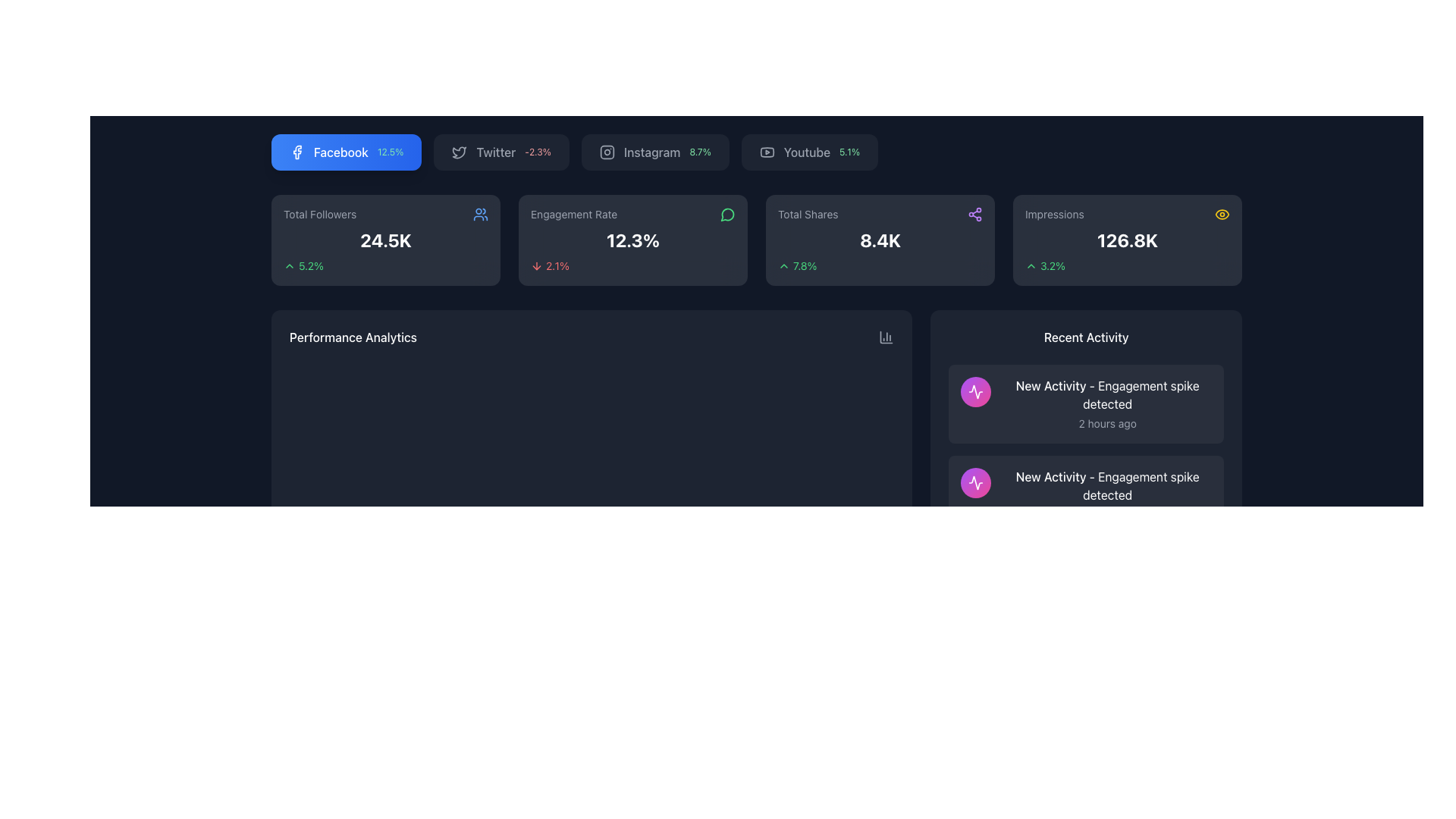 The width and height of the screenshot is (1456, 819). I want to click on the Statistical text display that shows the Engagement Rate metric, located within the card labeled 'Engagement Rate' at the center of the card, so click(633, 239).